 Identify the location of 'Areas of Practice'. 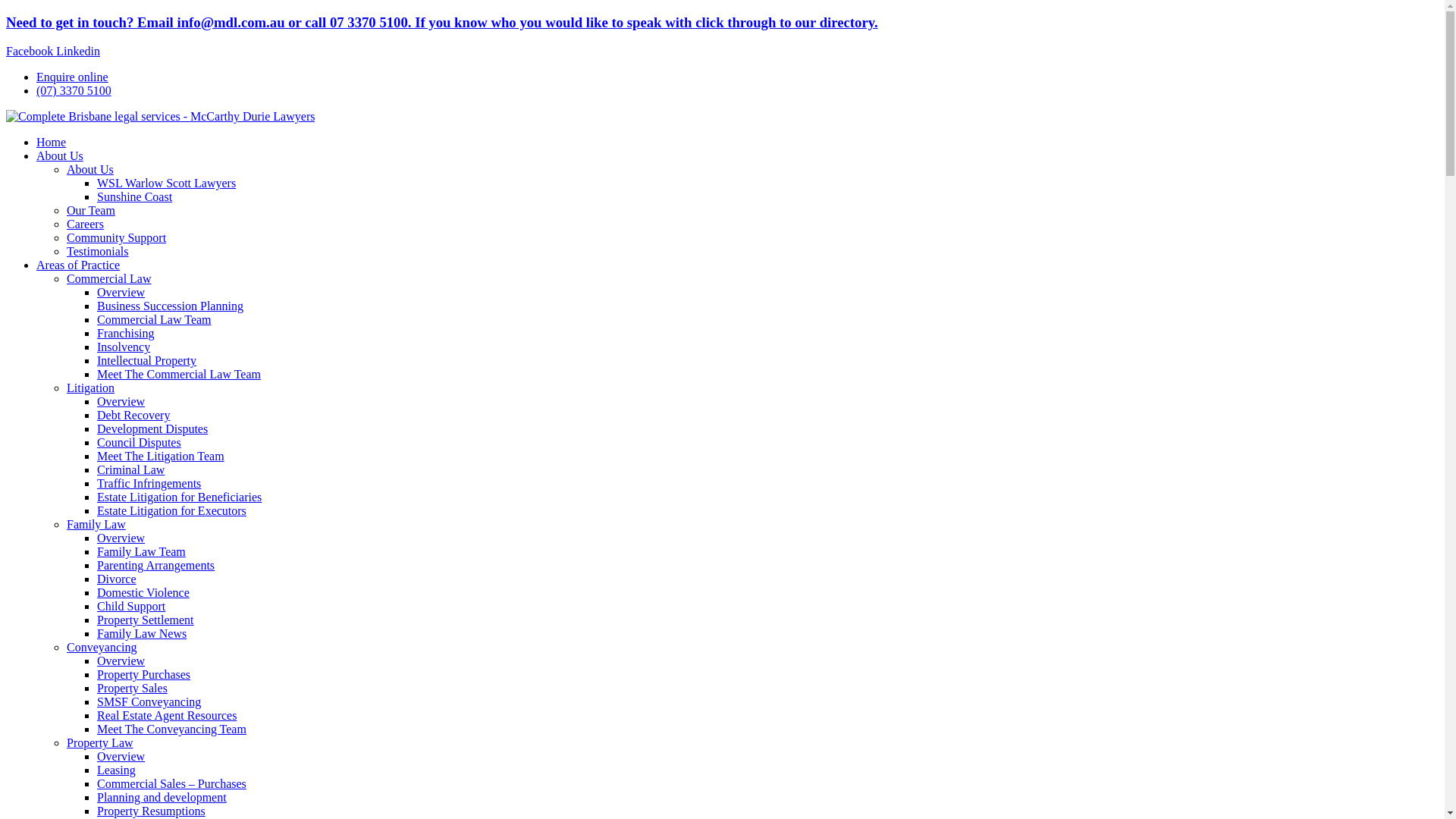
(77, 264).